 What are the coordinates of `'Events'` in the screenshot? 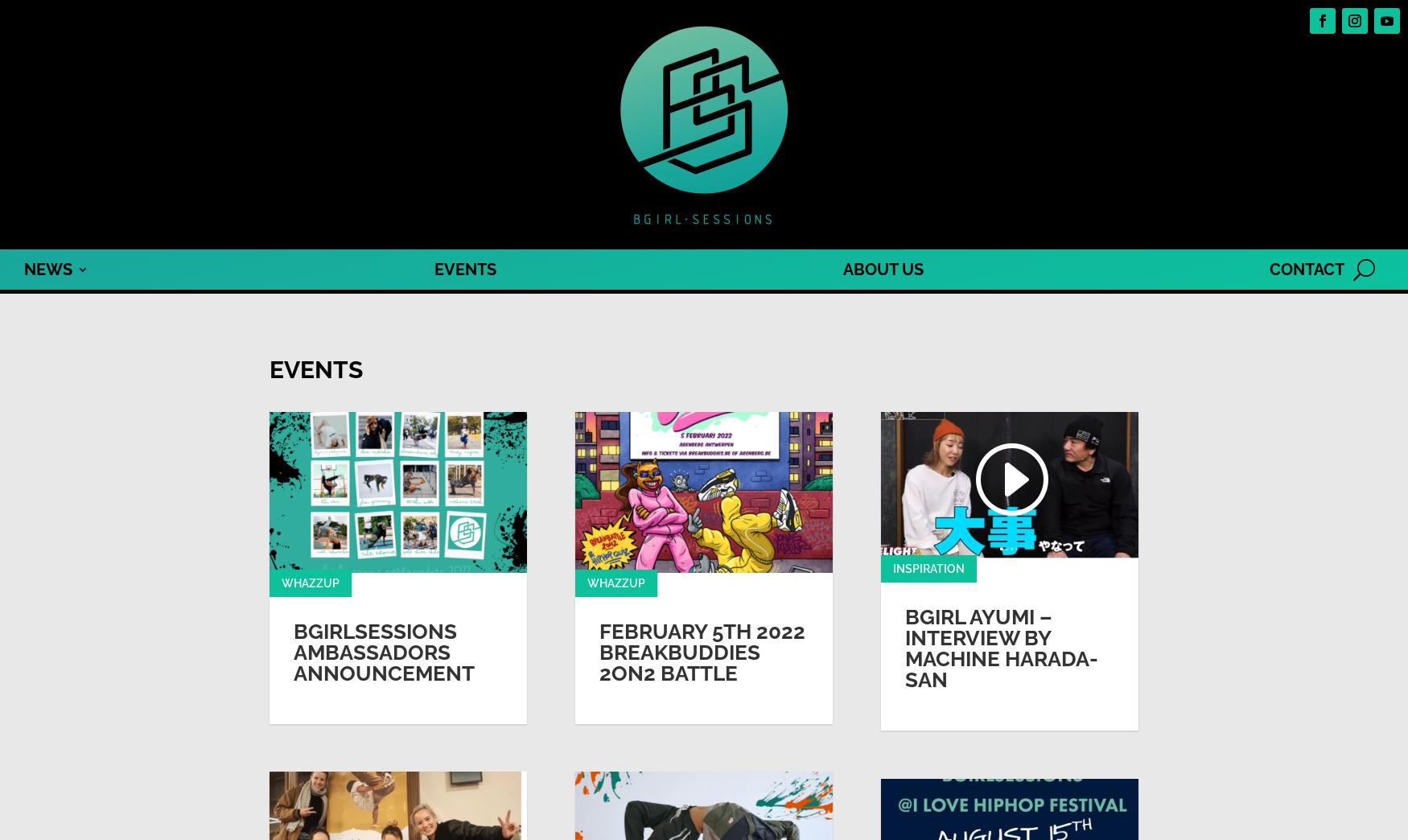 It's located at (269, 369).